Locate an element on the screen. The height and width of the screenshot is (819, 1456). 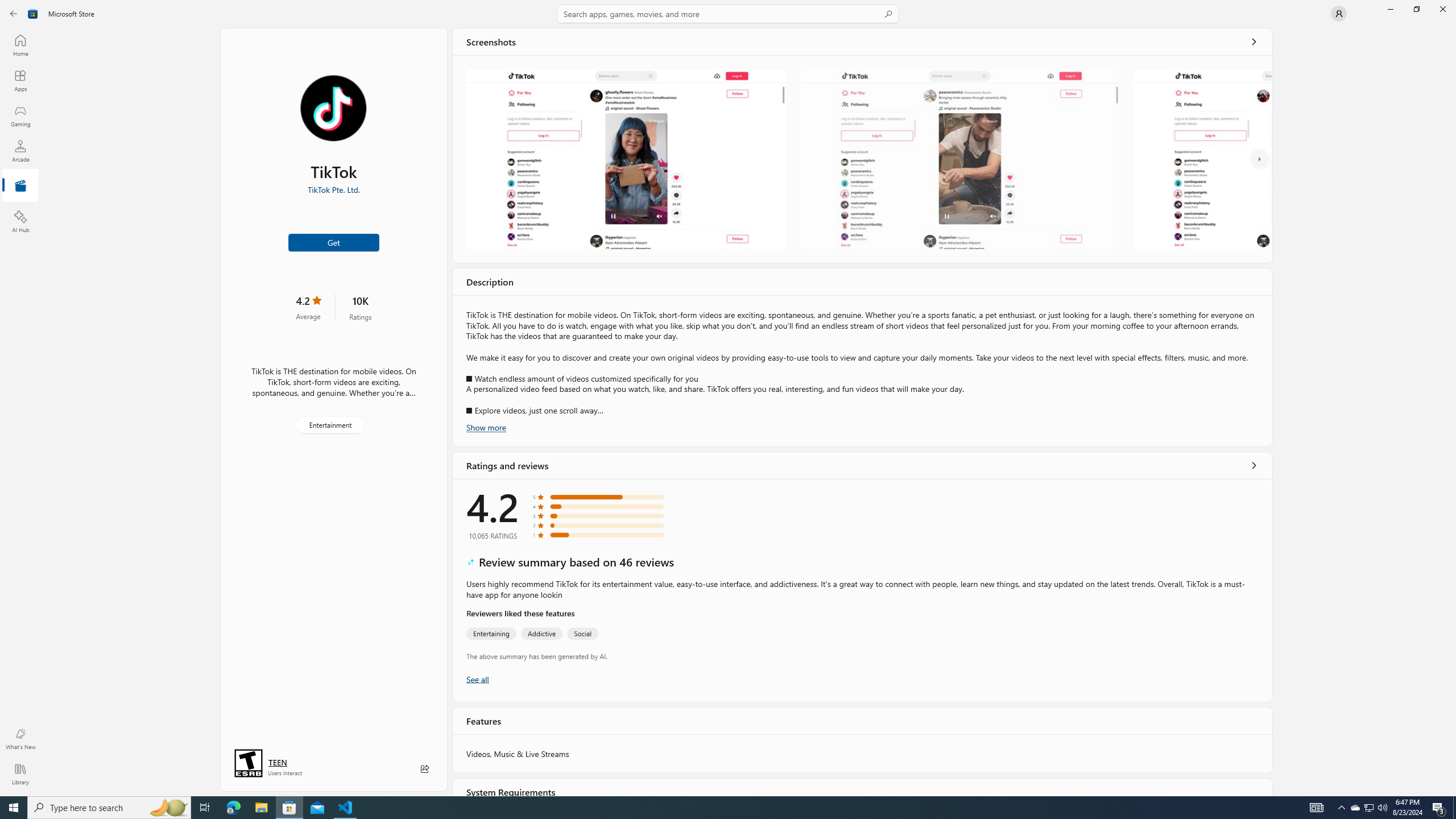
'Show all ratings and reviews' is located at coordinates (477, 678).